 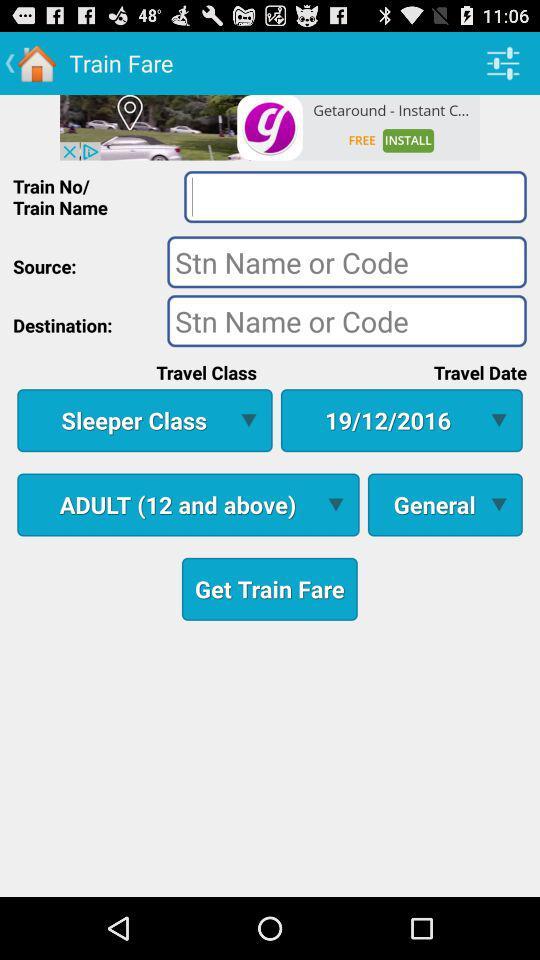 What do you see at coordinates (346, 320) in the screenshot?
I see `set destination` at bounding box center [346, 320].